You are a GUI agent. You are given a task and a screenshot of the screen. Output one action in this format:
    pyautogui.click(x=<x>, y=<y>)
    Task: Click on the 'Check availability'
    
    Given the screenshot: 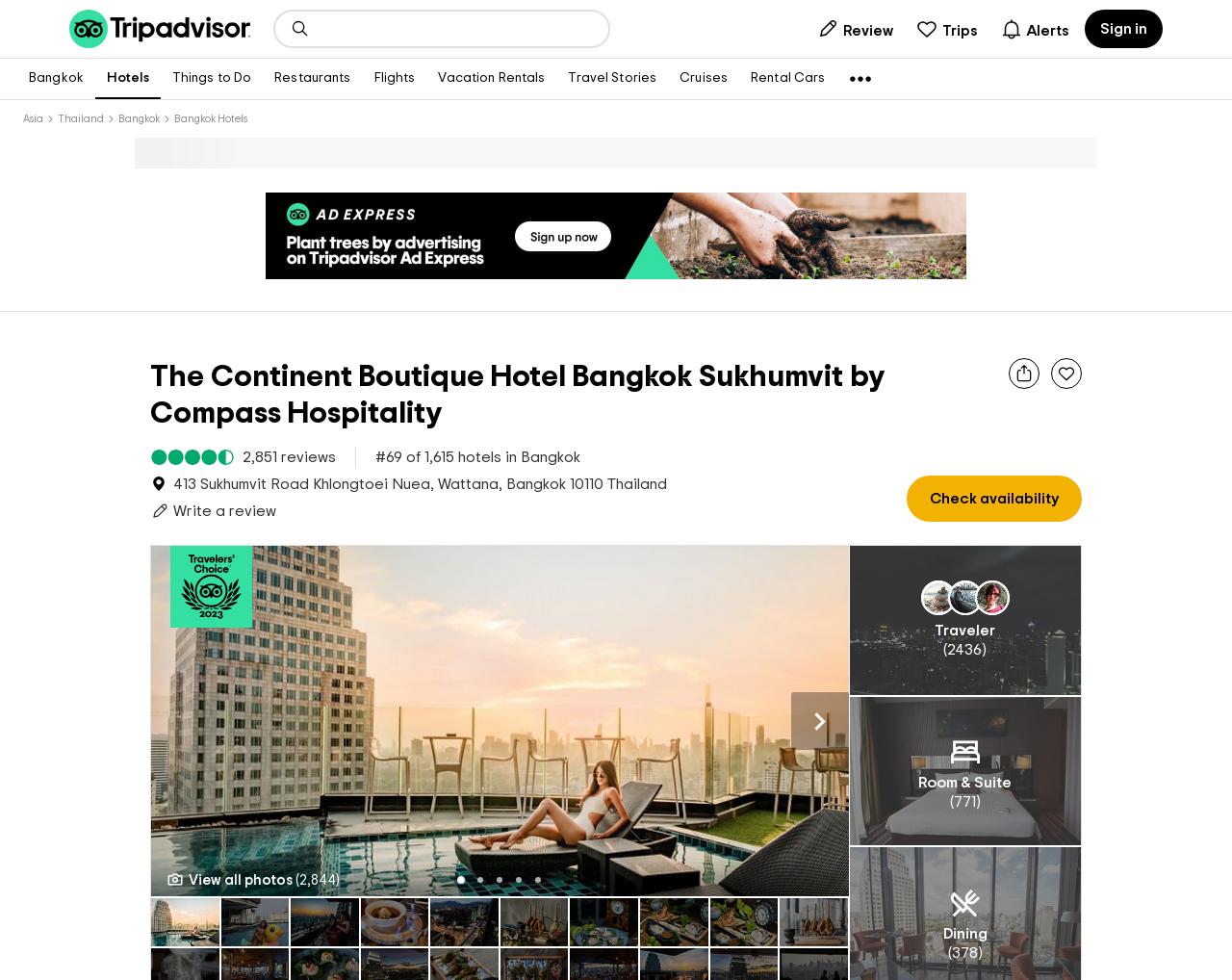 What is the action you would take?
    pyautogui.click(x=993, y=467)
    